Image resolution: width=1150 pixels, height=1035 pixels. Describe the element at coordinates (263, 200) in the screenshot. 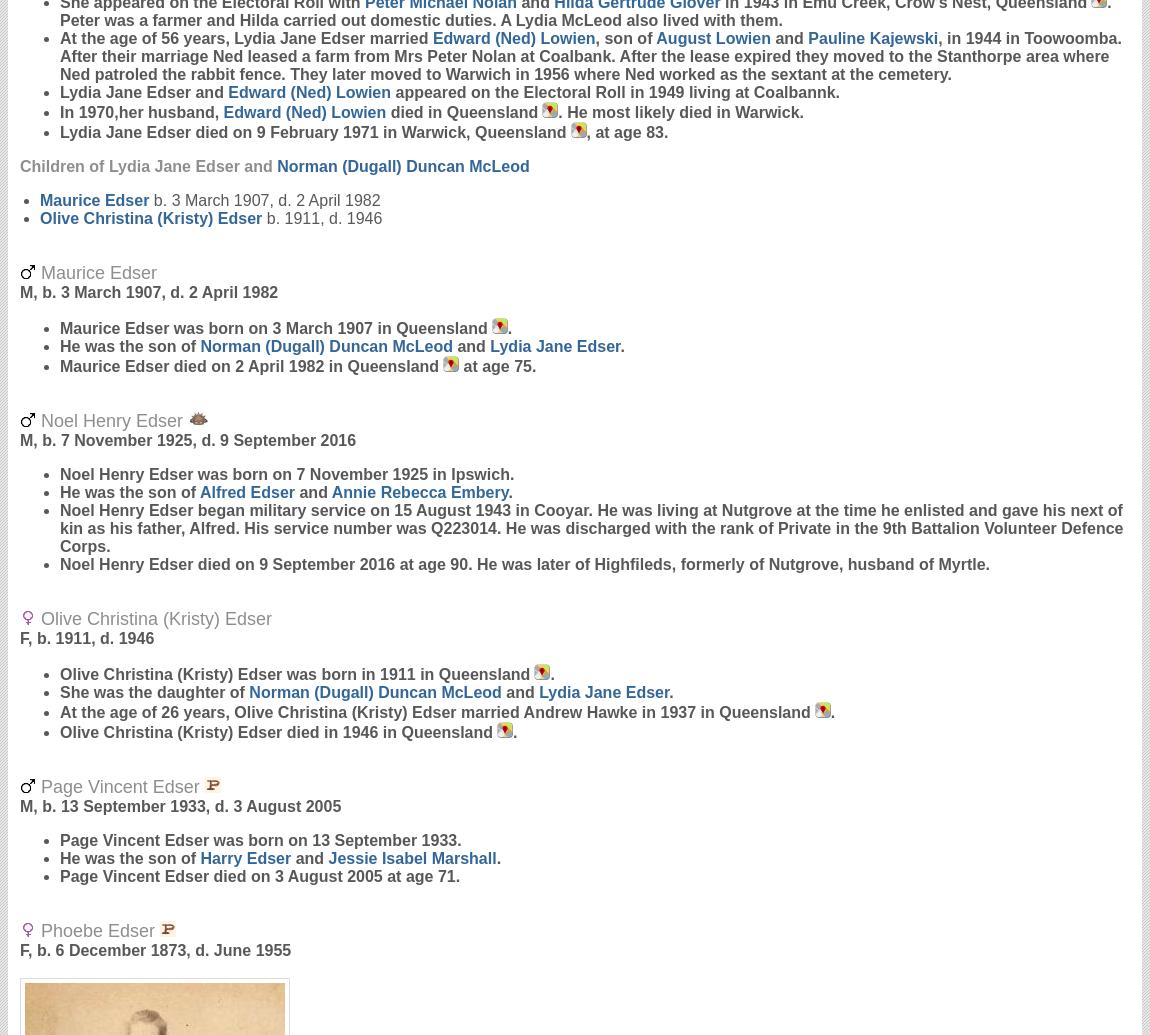

I see `'b. 3 March 1907, d. 2 April 1982'` at that location.